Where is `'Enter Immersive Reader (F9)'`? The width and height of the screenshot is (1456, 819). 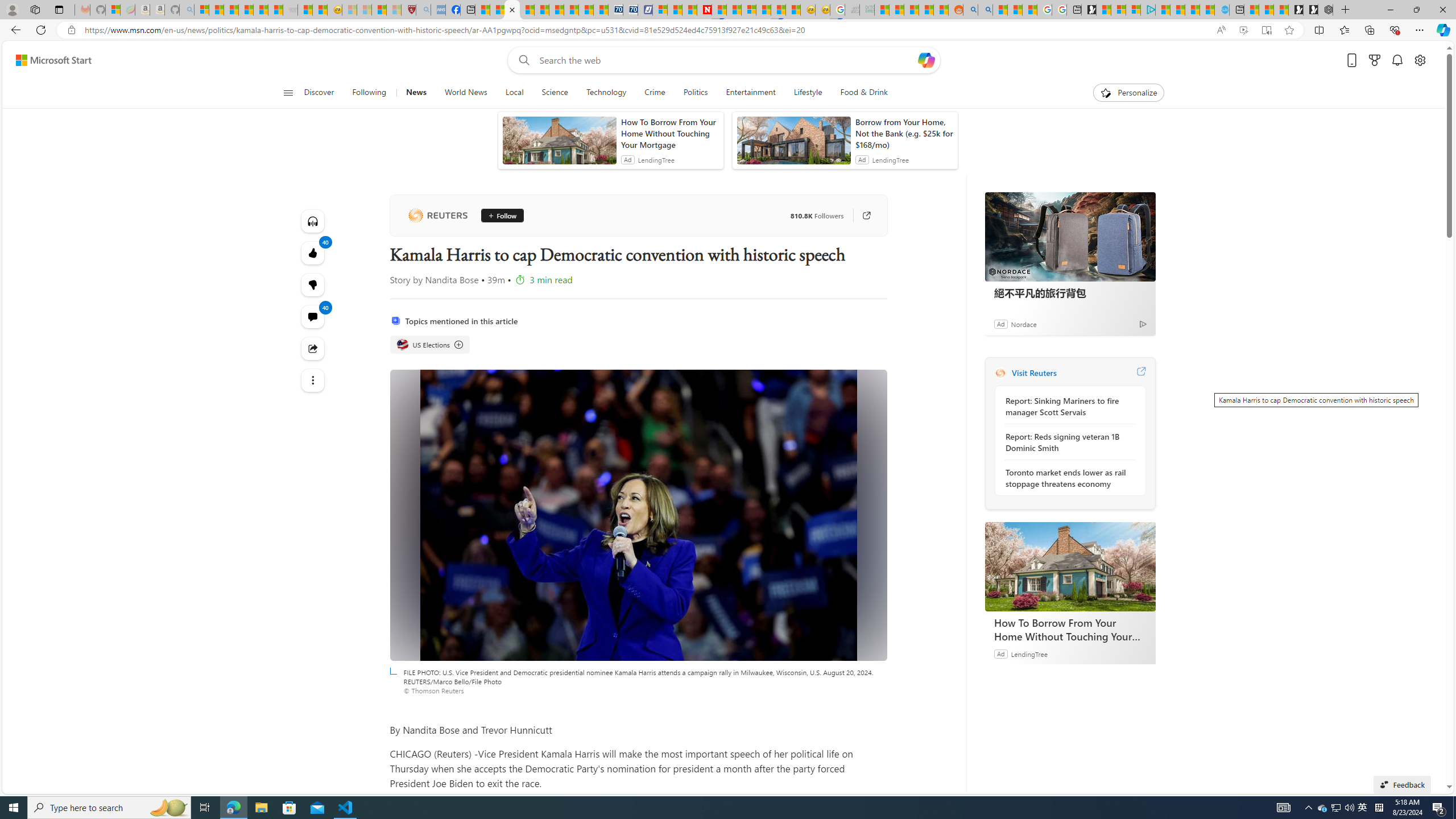 'Enter Immersive Reader (F9)' is located at coordinates (1266, 30).